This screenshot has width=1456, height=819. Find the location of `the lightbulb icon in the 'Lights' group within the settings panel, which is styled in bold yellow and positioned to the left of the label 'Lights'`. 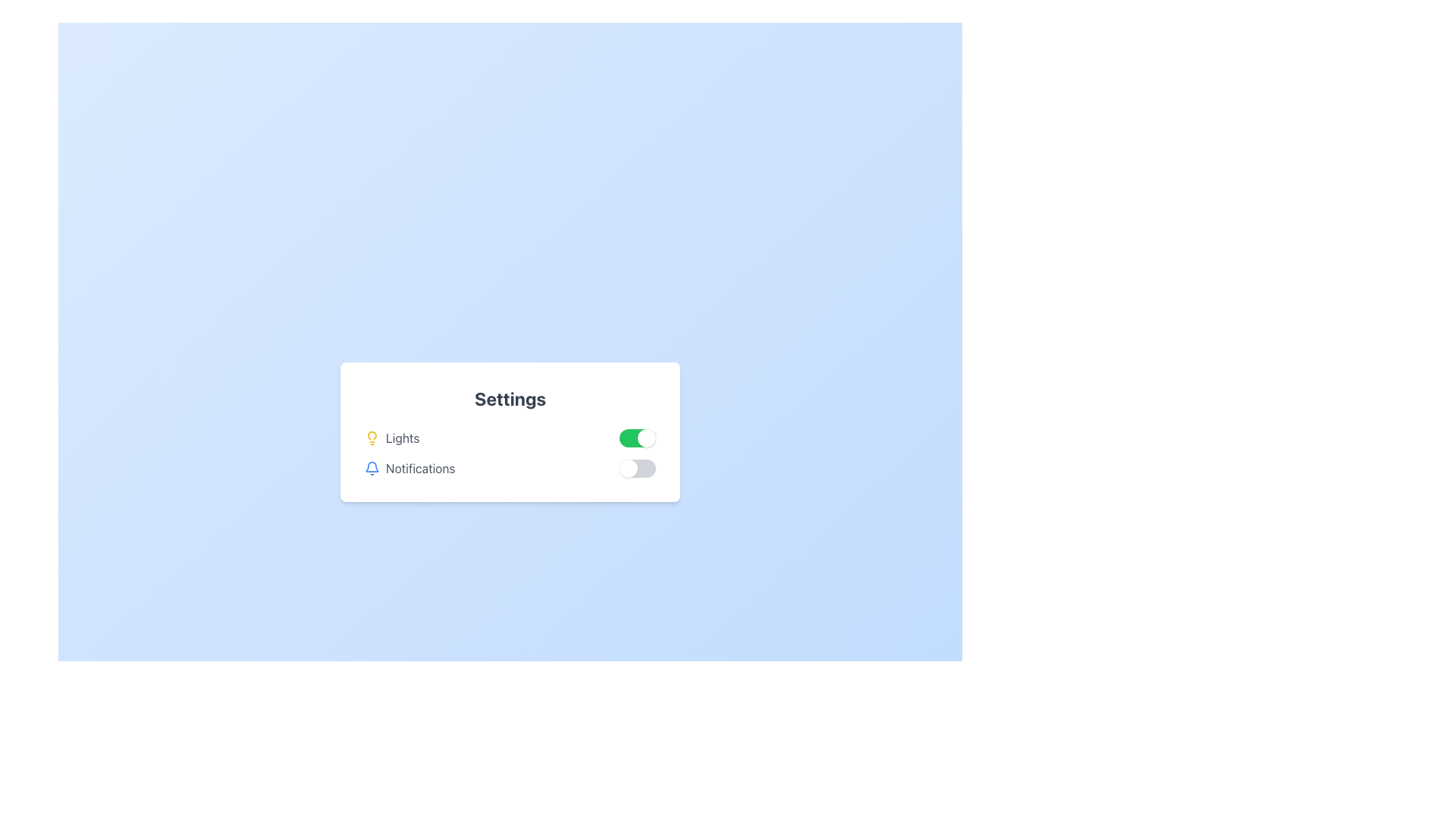

the lightbulb icon in the 'Lights' group within the settings panel, which is styled in bold yellow and positioned to the left of the label 'Lights' is located at coordinates (372, 438).